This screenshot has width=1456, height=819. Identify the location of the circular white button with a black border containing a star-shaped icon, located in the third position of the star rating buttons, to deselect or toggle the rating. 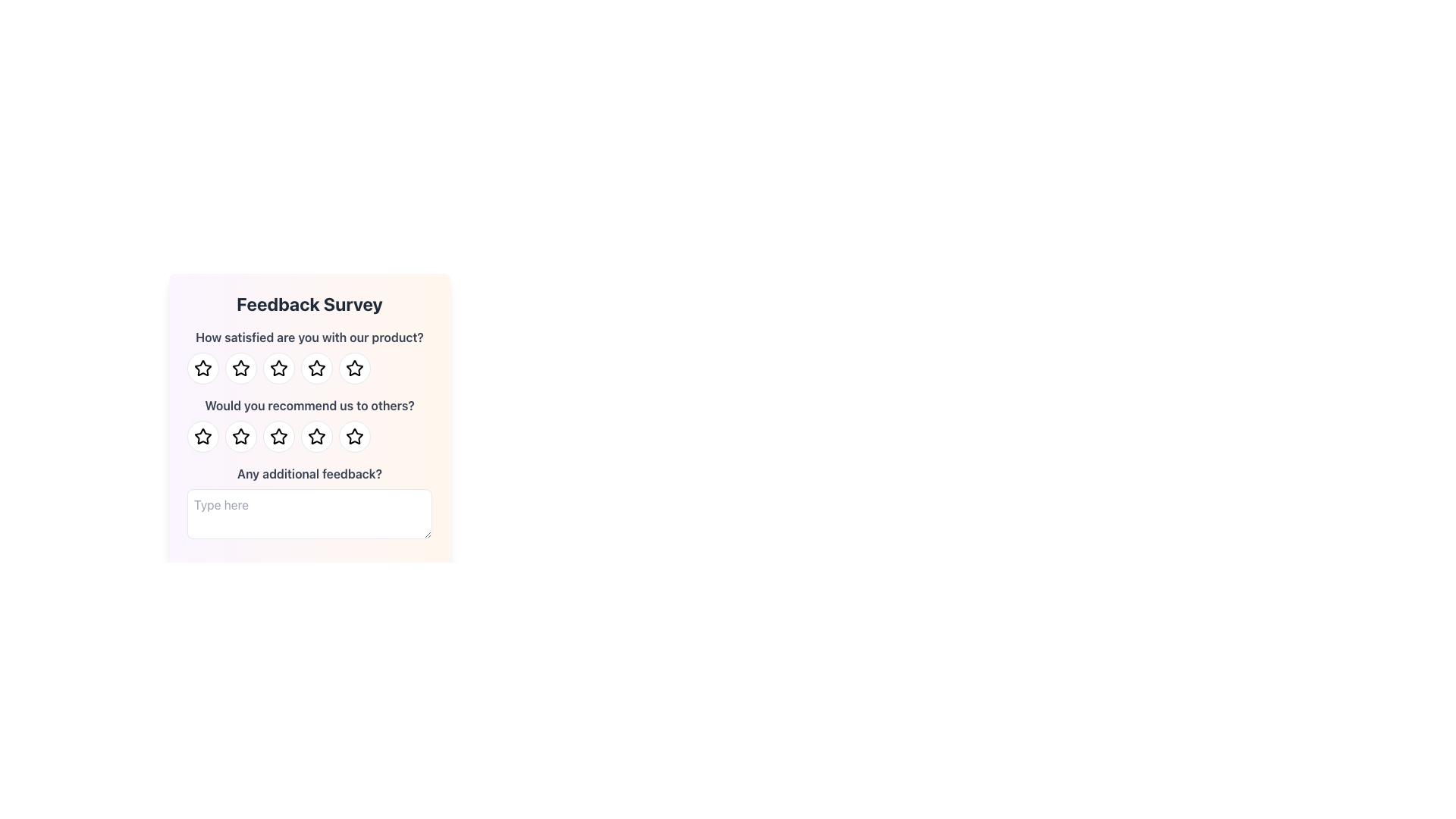
(279, 369).